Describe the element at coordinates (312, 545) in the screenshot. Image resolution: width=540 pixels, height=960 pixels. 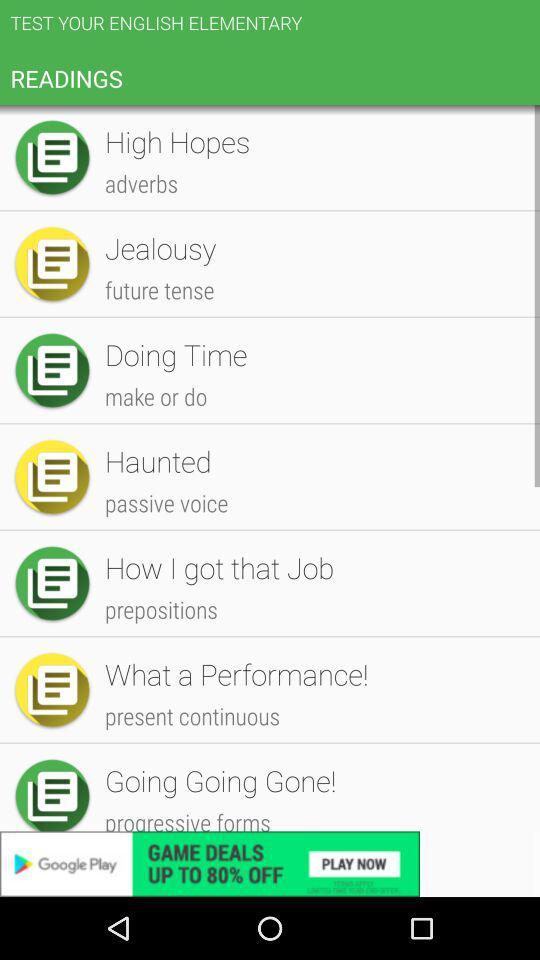
I see `app above the hangman app` at that location.